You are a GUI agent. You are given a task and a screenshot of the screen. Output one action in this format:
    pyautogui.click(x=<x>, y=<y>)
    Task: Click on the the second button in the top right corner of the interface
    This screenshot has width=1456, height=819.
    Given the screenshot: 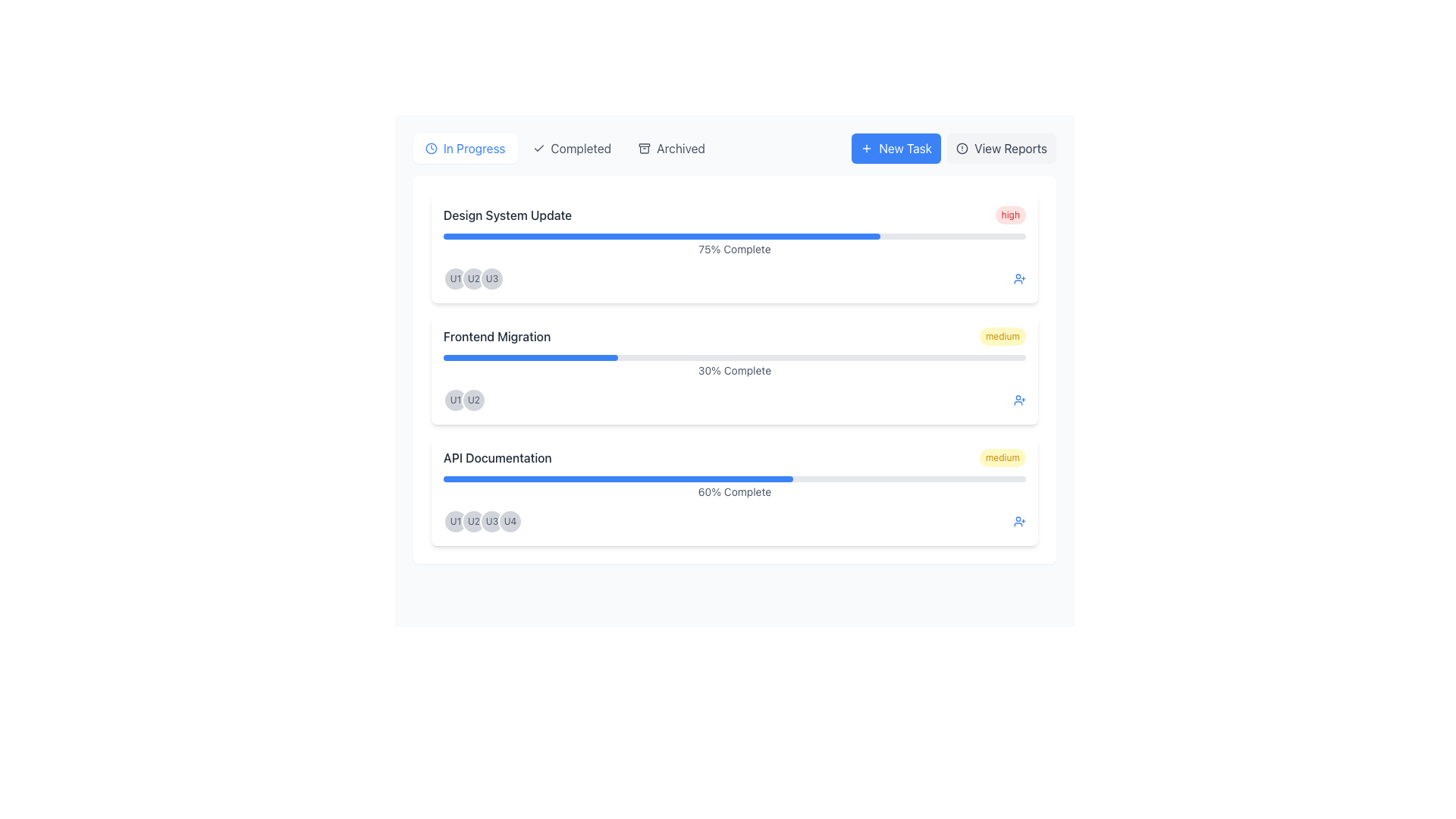 What is the action you would take?
    pyautogui.click(x=1002, y=149)
    